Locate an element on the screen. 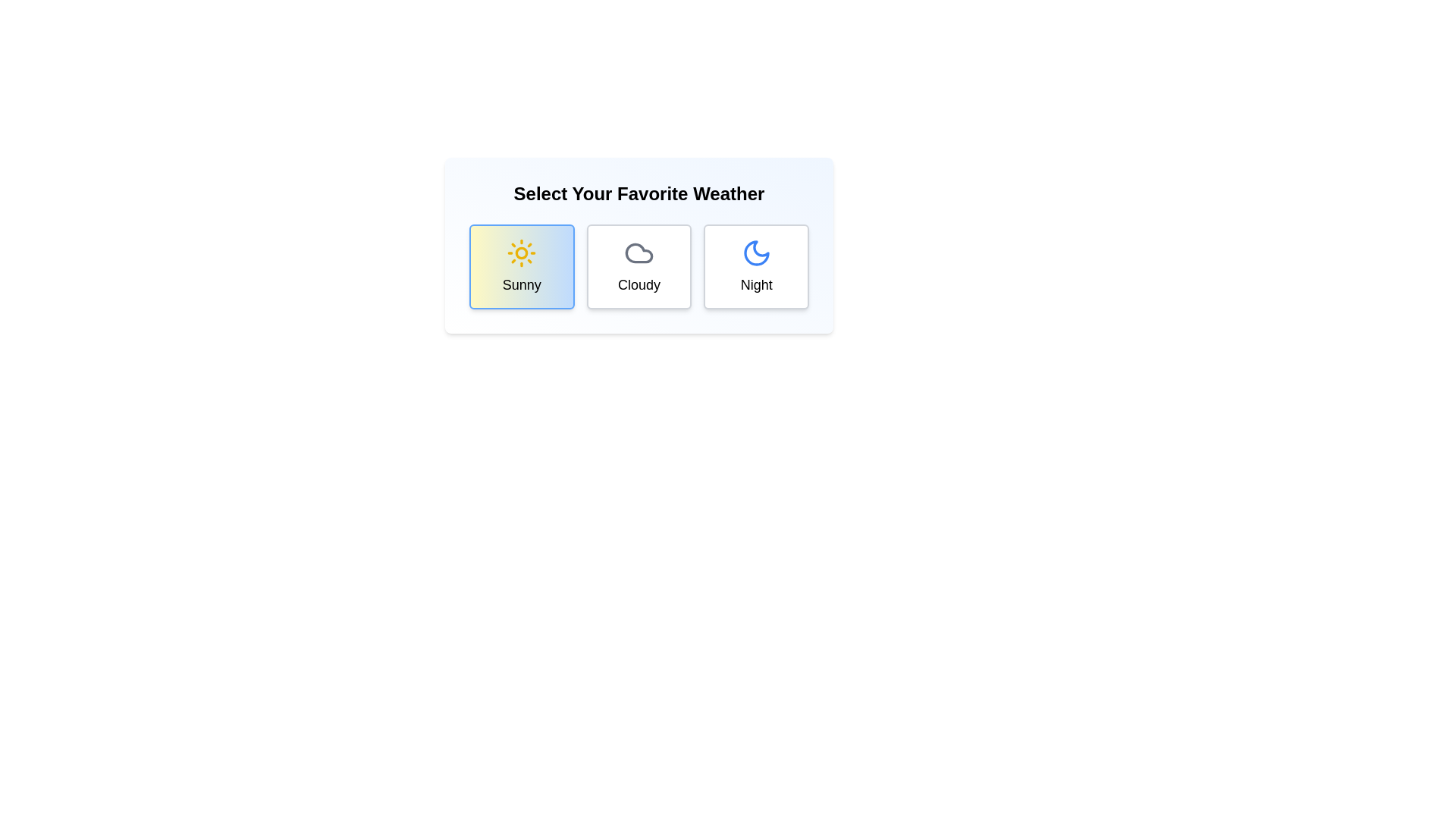 Image resolution: width=1456 pixels, height=819 pixels. any weather card in the interactive card group is located at coordinates (639, 245).